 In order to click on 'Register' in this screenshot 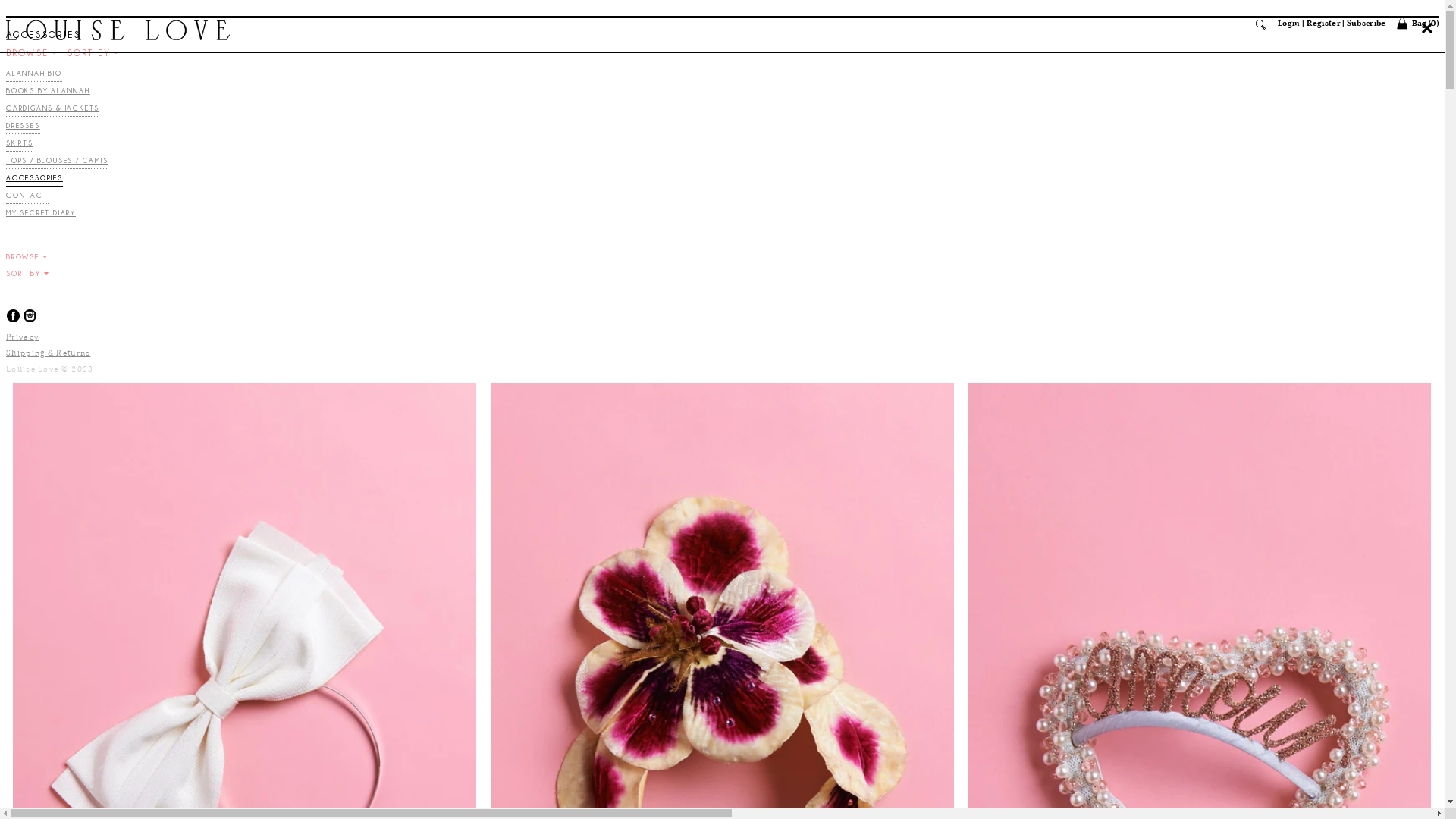, I will do `click(1323, 23)`.